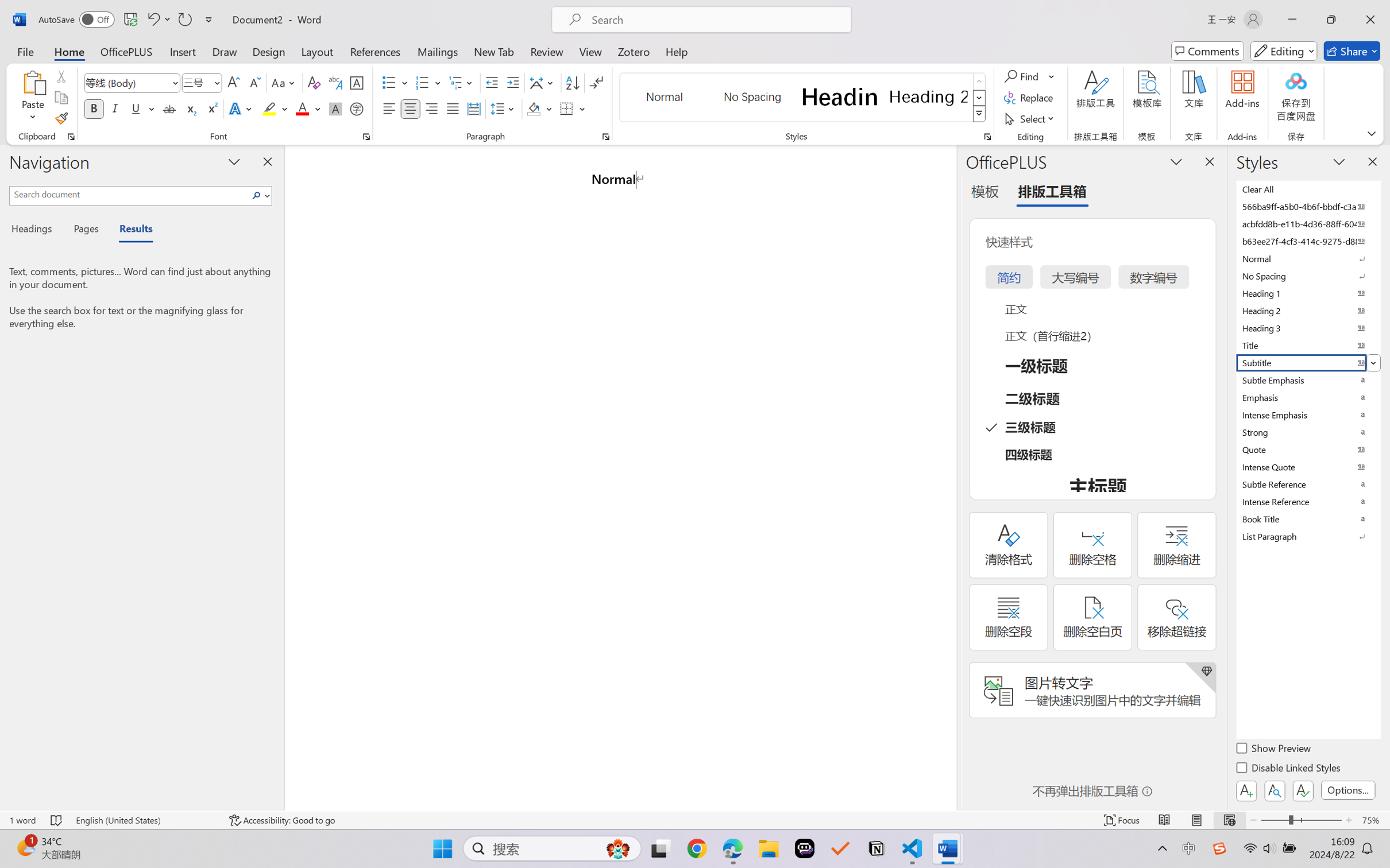 Image resolution: width=1390 pixels, height=868 pixels. I want to click on 'Zoom Out', so click(1274, 820).